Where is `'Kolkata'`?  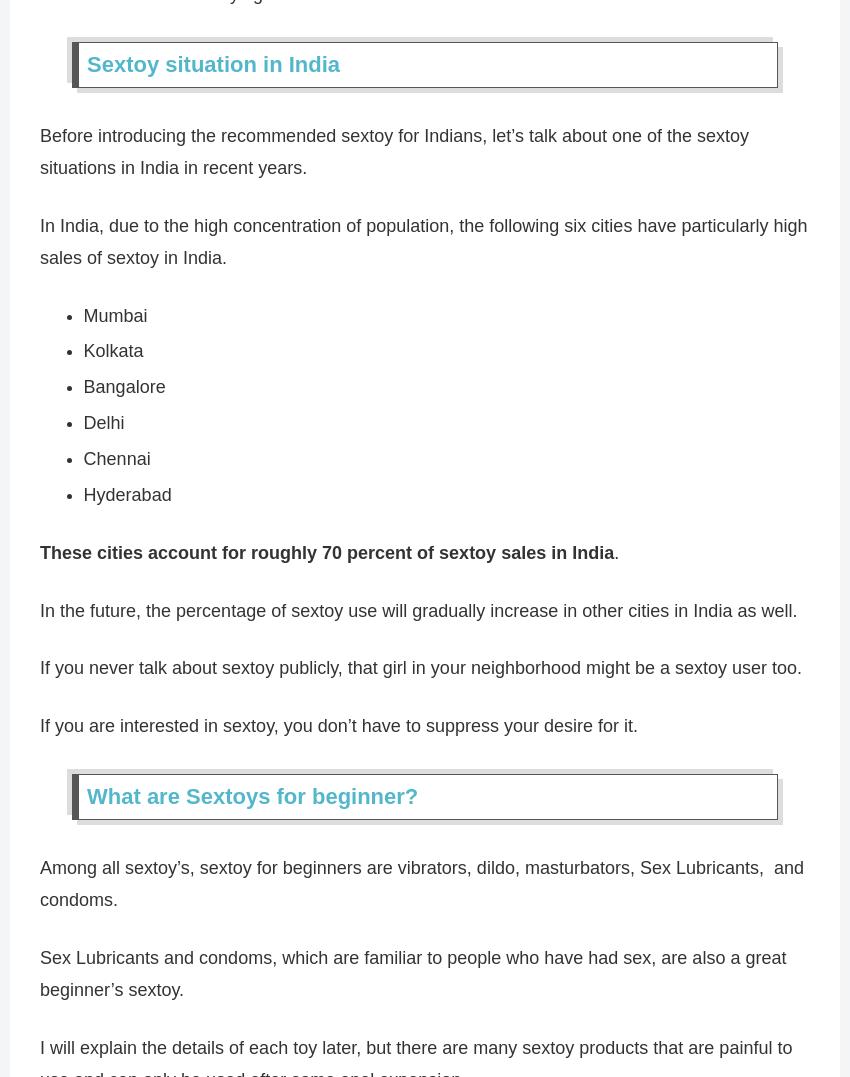
'Kolkata' is located at coordinates (111, 349).